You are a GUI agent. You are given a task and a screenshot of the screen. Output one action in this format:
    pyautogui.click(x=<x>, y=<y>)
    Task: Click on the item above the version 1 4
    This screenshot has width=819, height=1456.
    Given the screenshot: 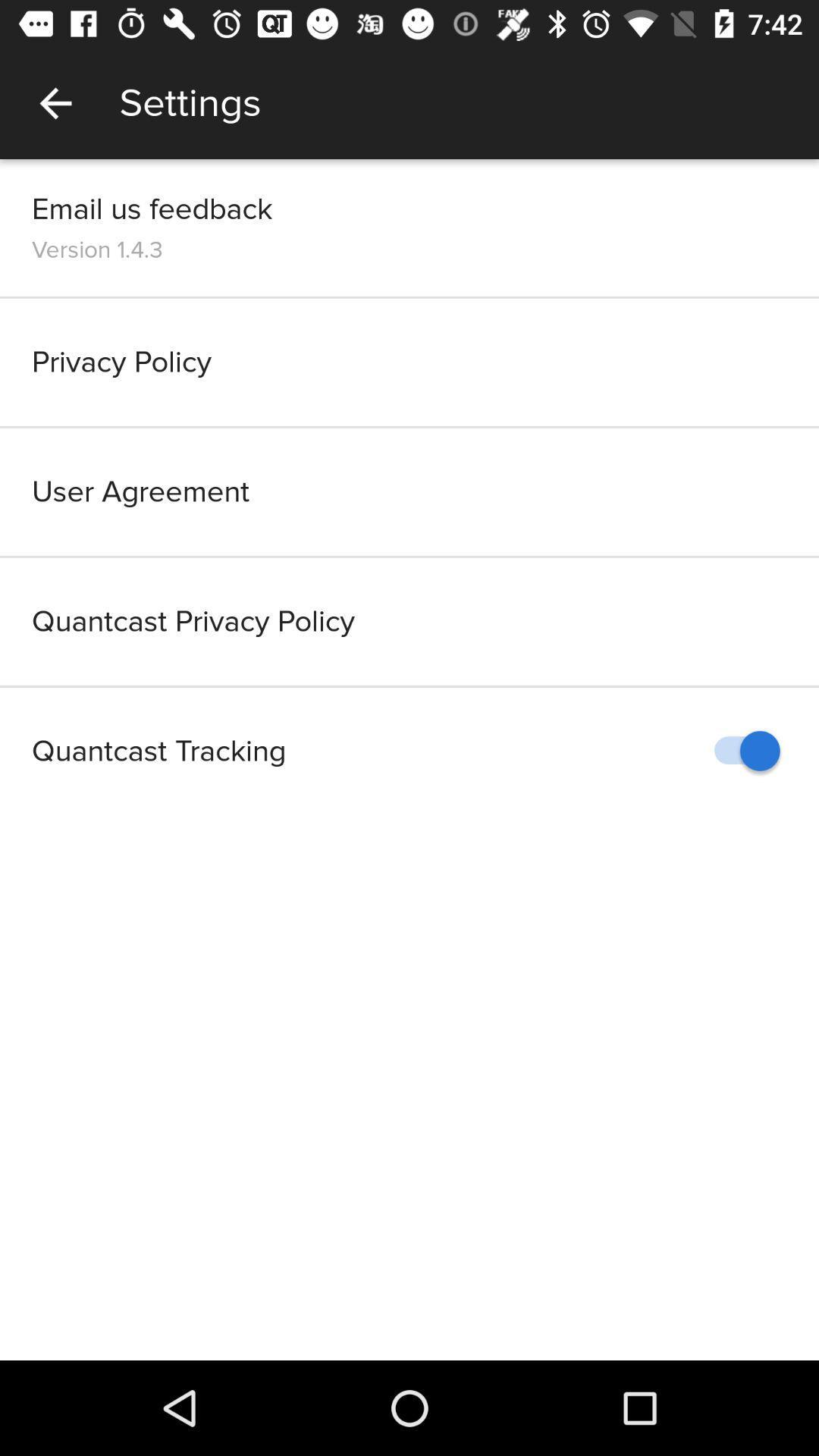 What is the action you would take?
    pyautogui.click(x=152, y=208)
    